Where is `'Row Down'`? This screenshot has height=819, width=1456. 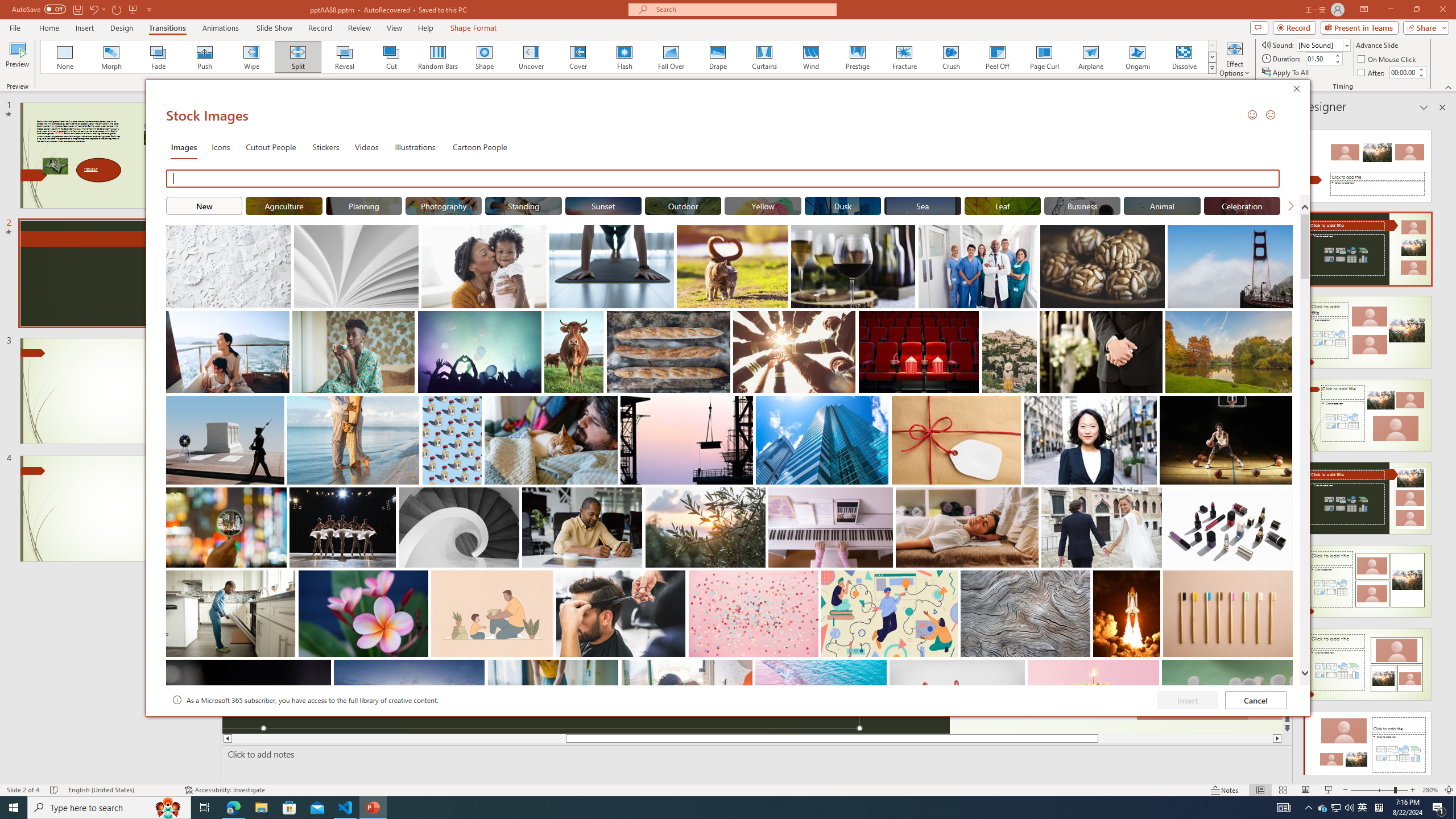 'Row Down' is located at coordinates (1212, 56).